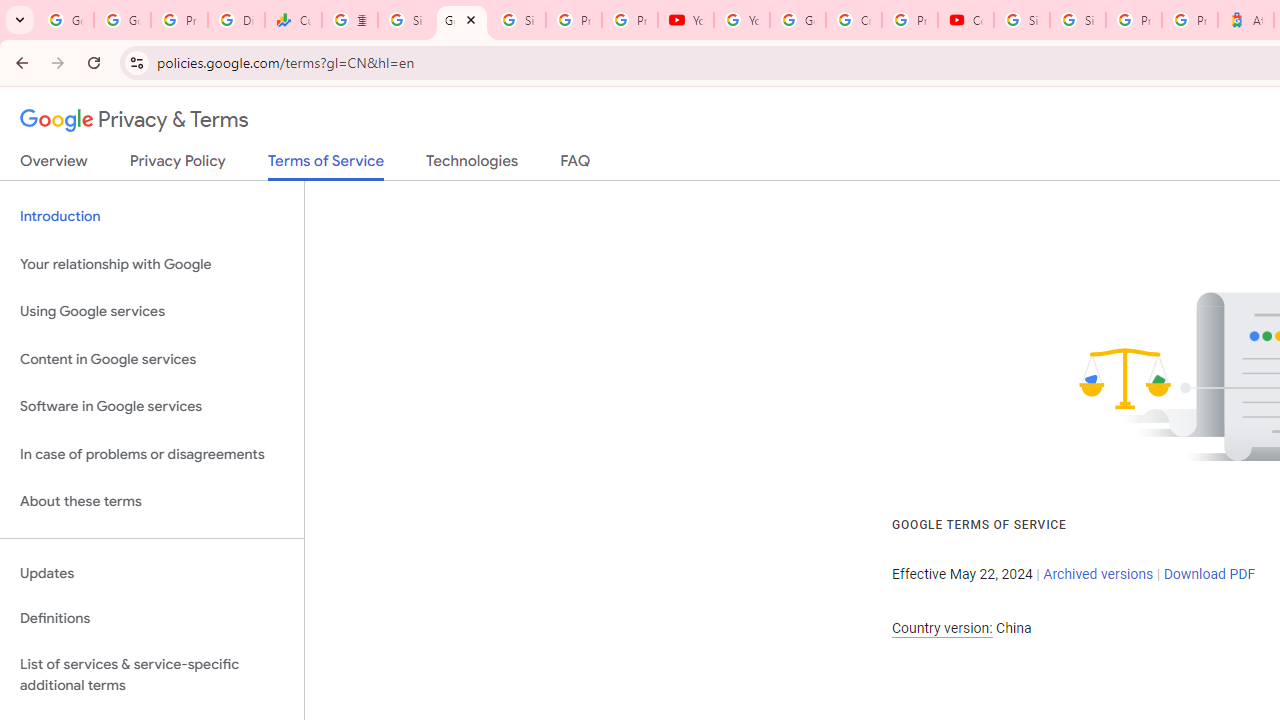  What do you see at coordinates (151, 217) in the screenshot?
I see `'Introduction'` at bounding box center [151, 217].